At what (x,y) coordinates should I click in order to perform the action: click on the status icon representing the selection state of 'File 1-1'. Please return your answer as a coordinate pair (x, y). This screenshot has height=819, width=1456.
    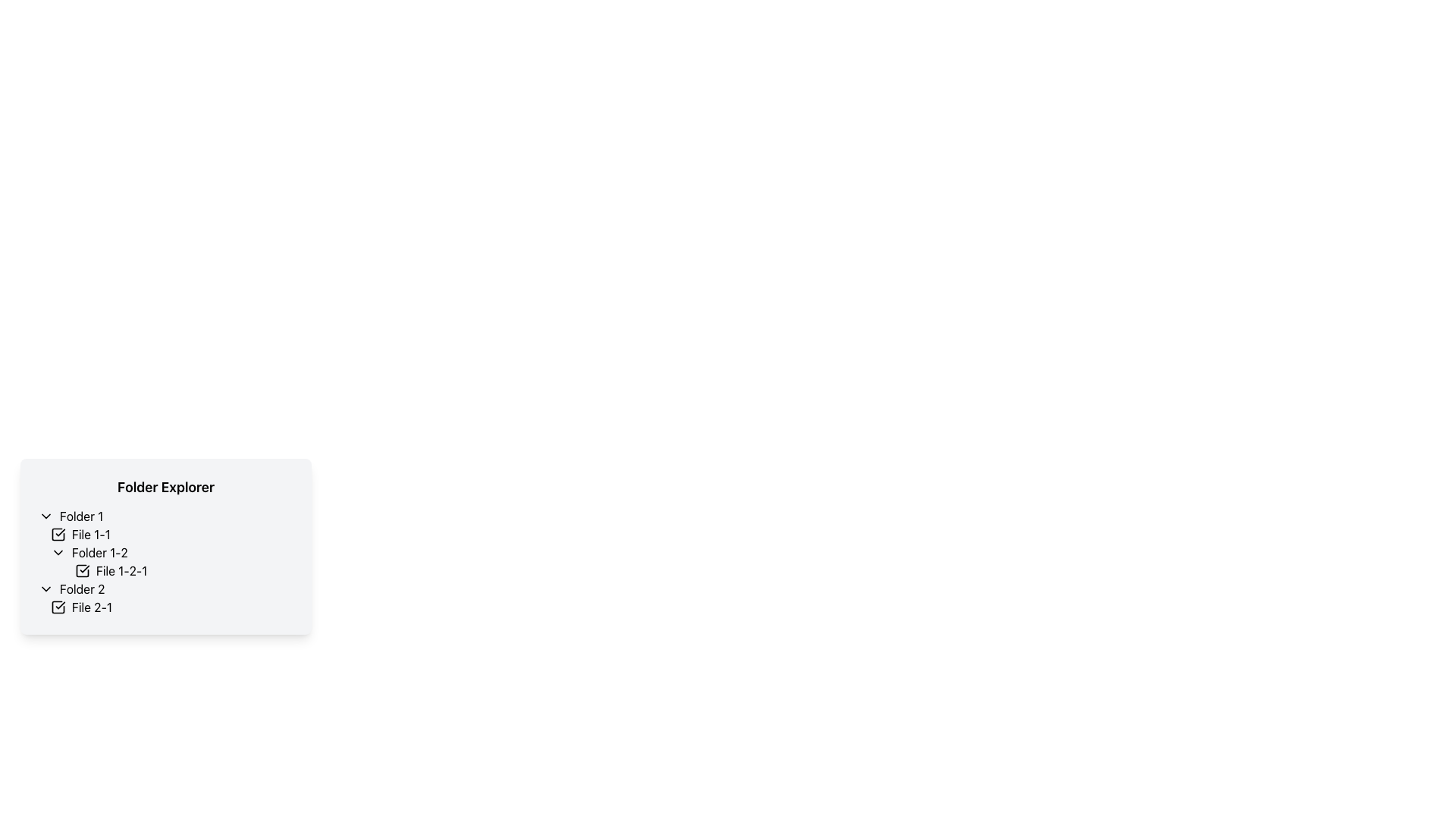
    Looking at the image, I should click on (58, 534).